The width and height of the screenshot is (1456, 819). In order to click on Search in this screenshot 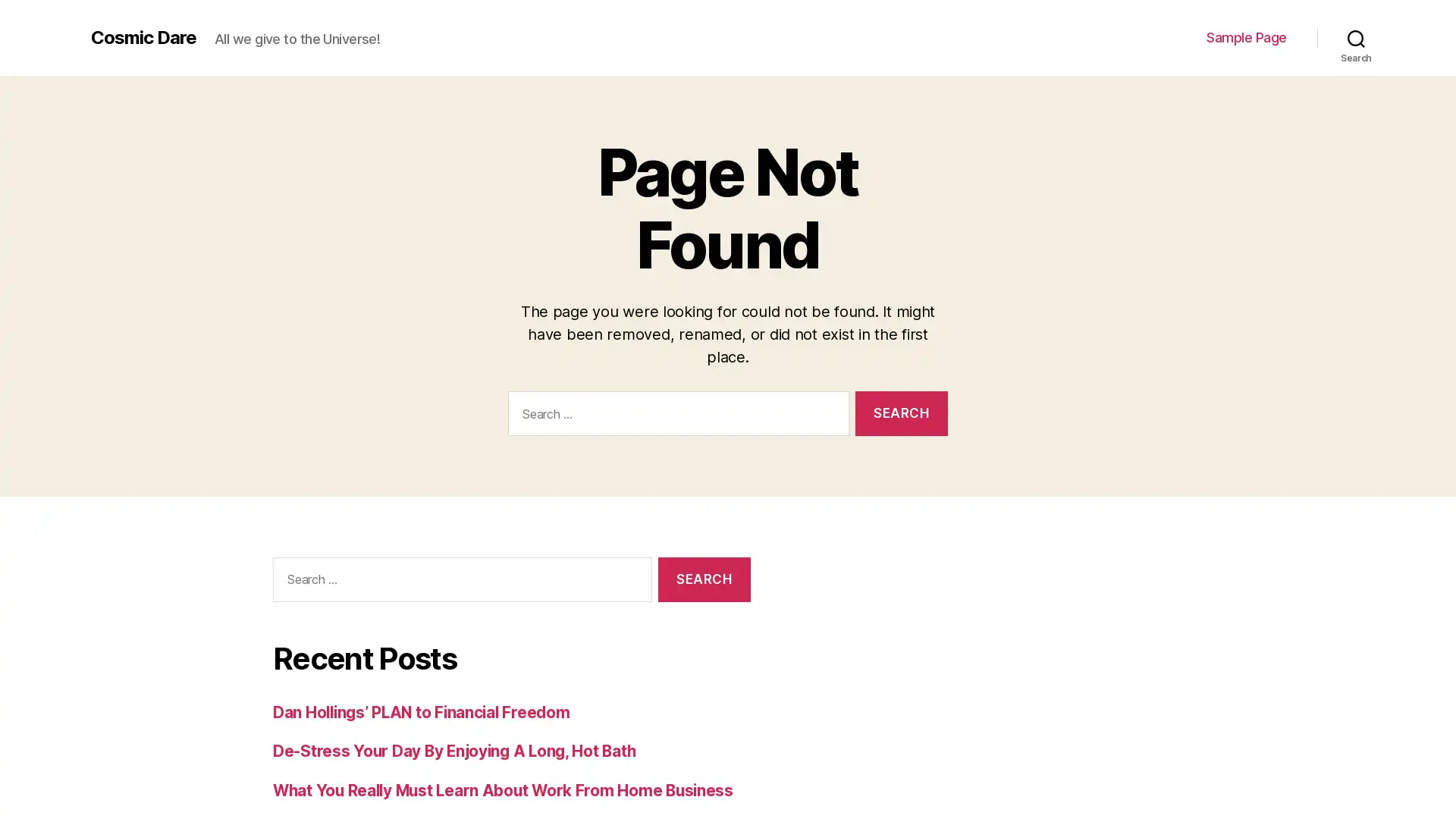, I will do `click(1356, 37)`.